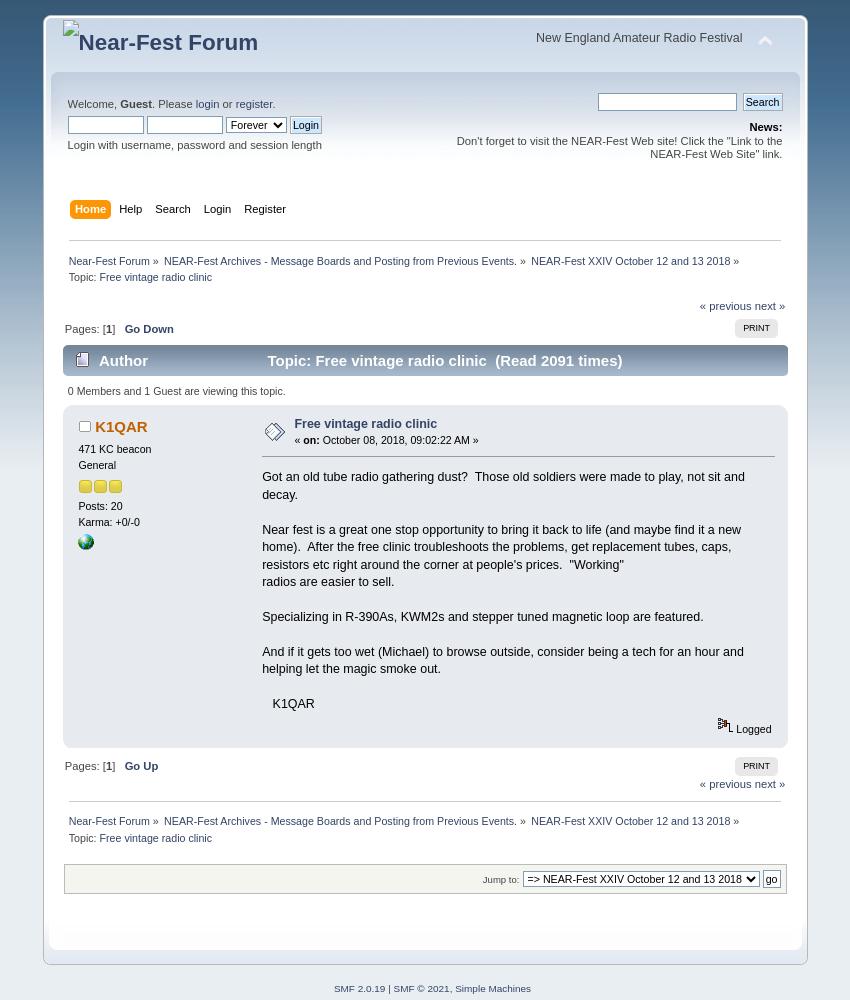  What do you see at coordinates (260, 546) in the screenshot?
I see `'Near fest is a great one stop opportunity to bring it back to life (and maybe find it a new home).  After the free clinic troubleshoots the problems, get replacement tubes, caps, resistors etc right around the corner at people's prices.  "Working"'` at bounding box center [260, 546].